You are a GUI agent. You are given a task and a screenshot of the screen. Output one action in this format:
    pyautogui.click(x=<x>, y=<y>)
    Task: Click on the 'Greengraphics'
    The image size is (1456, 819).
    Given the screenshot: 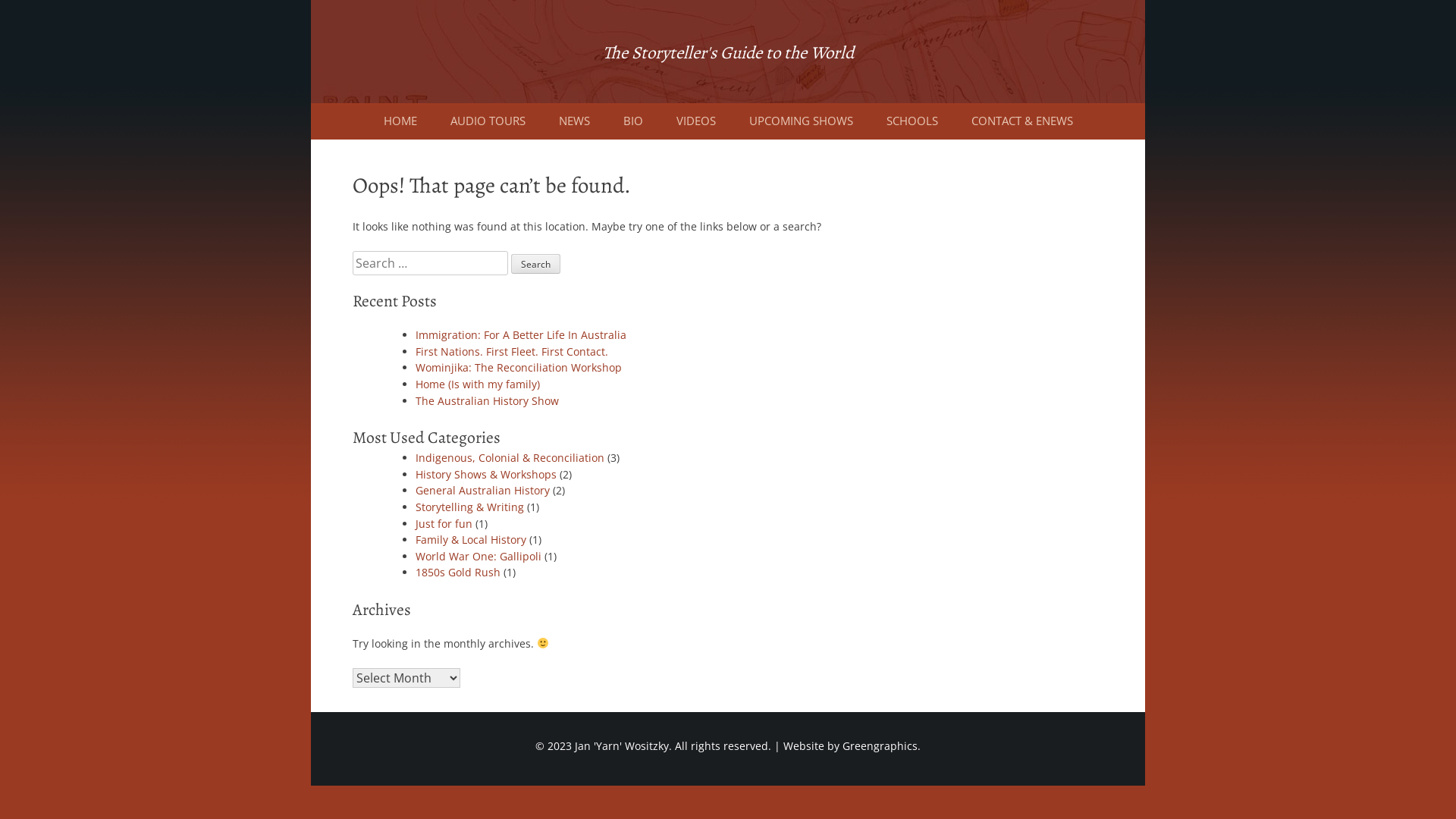 What is the action you would take?
    pyautogui.click(x=880, y=745)
    